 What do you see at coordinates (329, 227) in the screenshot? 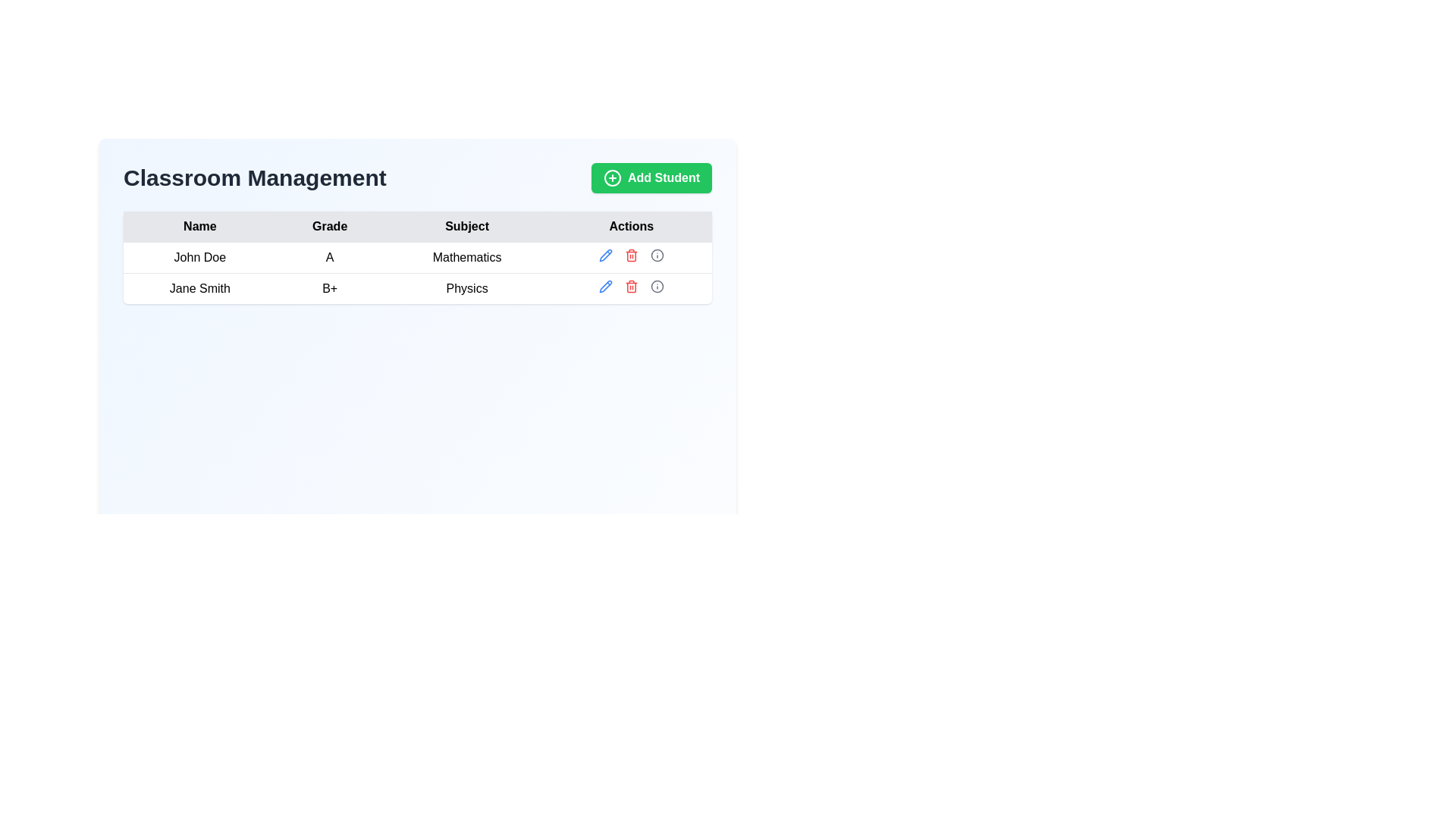
I see `the 'Grade' column header in the table, which is the second column header located between the 'Name' and 'Subject' columns` at bounding box center [329, 227].